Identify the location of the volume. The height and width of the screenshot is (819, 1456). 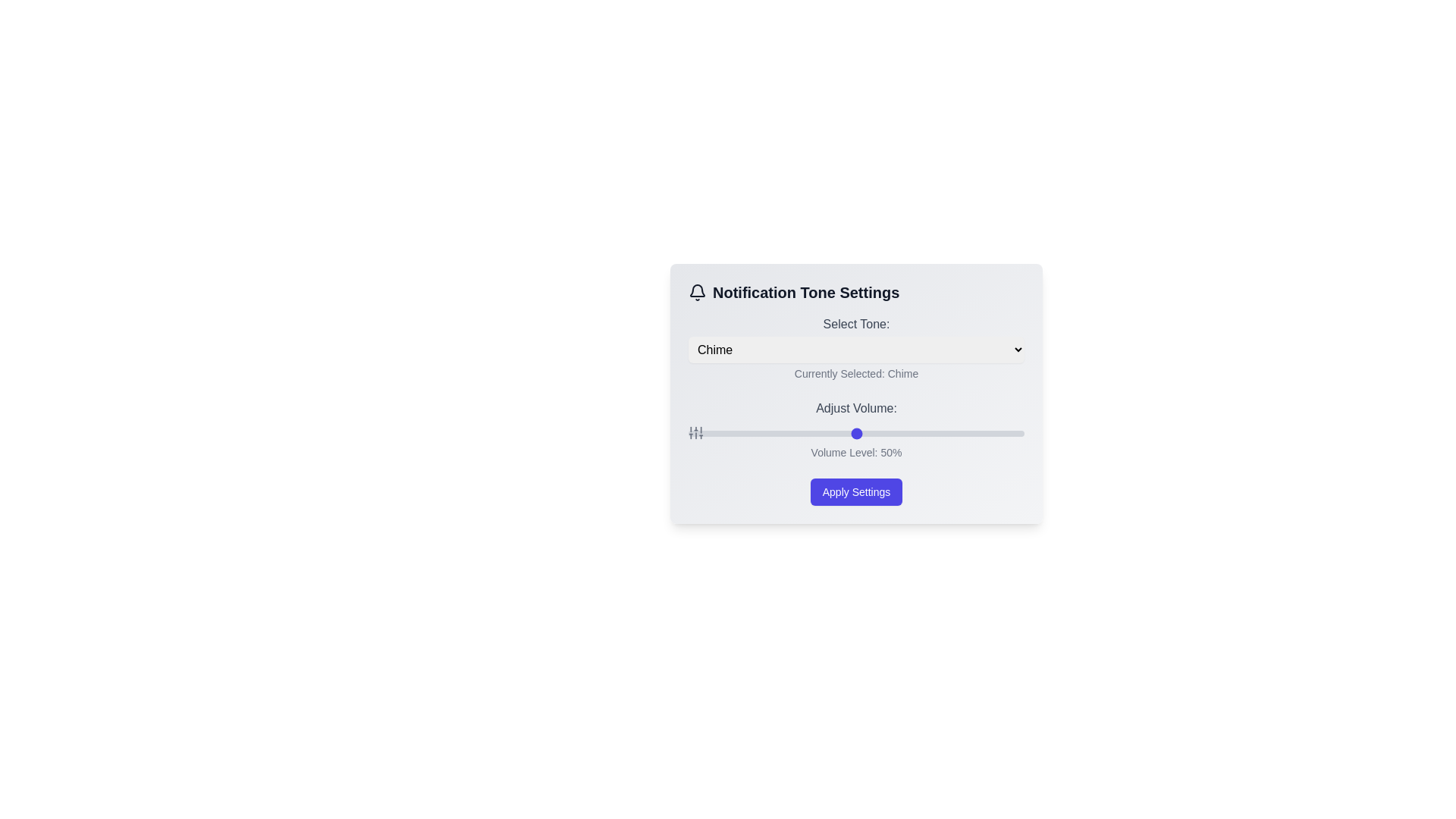
(987, 433).